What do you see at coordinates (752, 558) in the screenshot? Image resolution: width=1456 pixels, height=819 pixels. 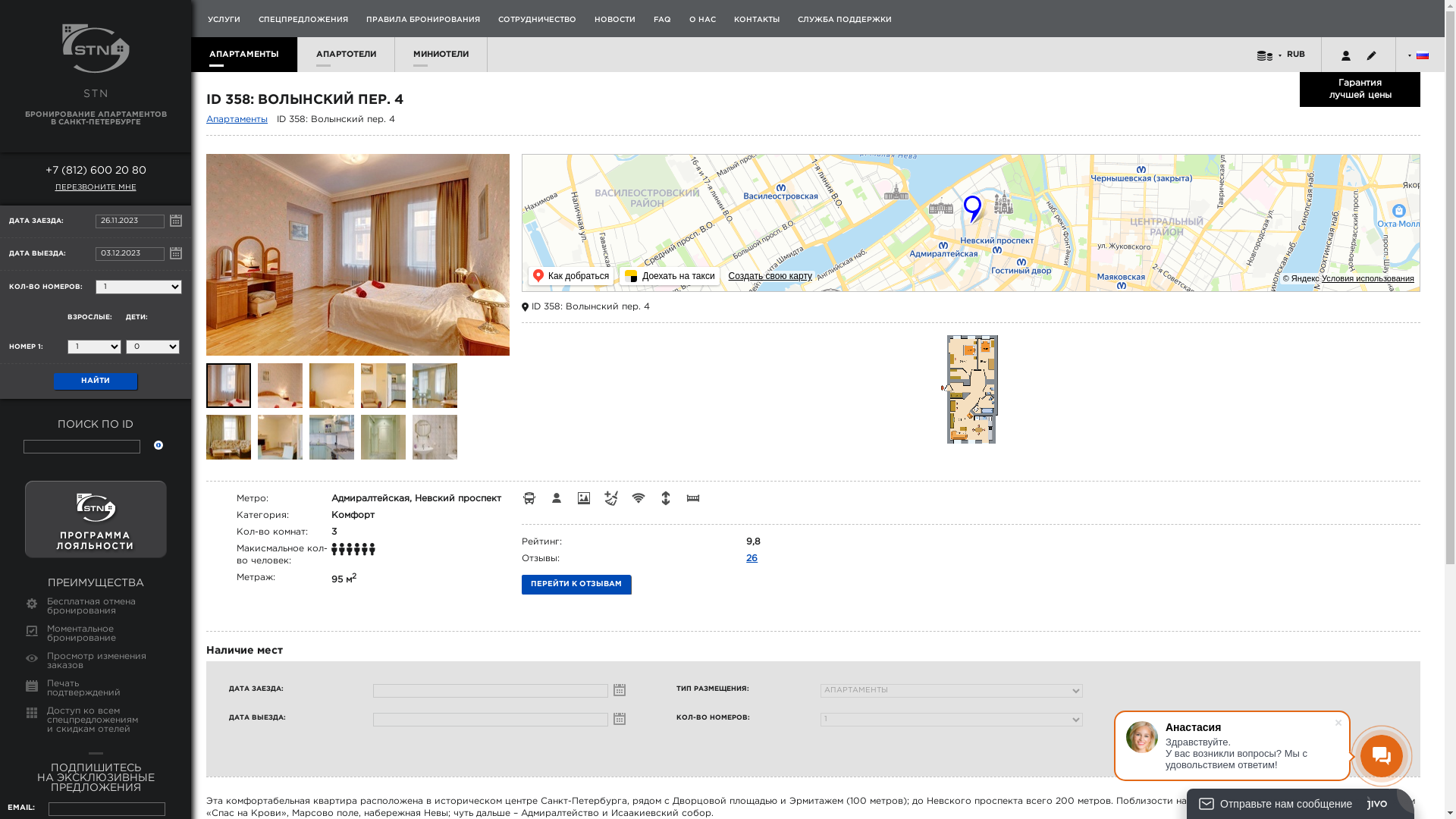 I see `'26'` at bounding box center [752, 558].